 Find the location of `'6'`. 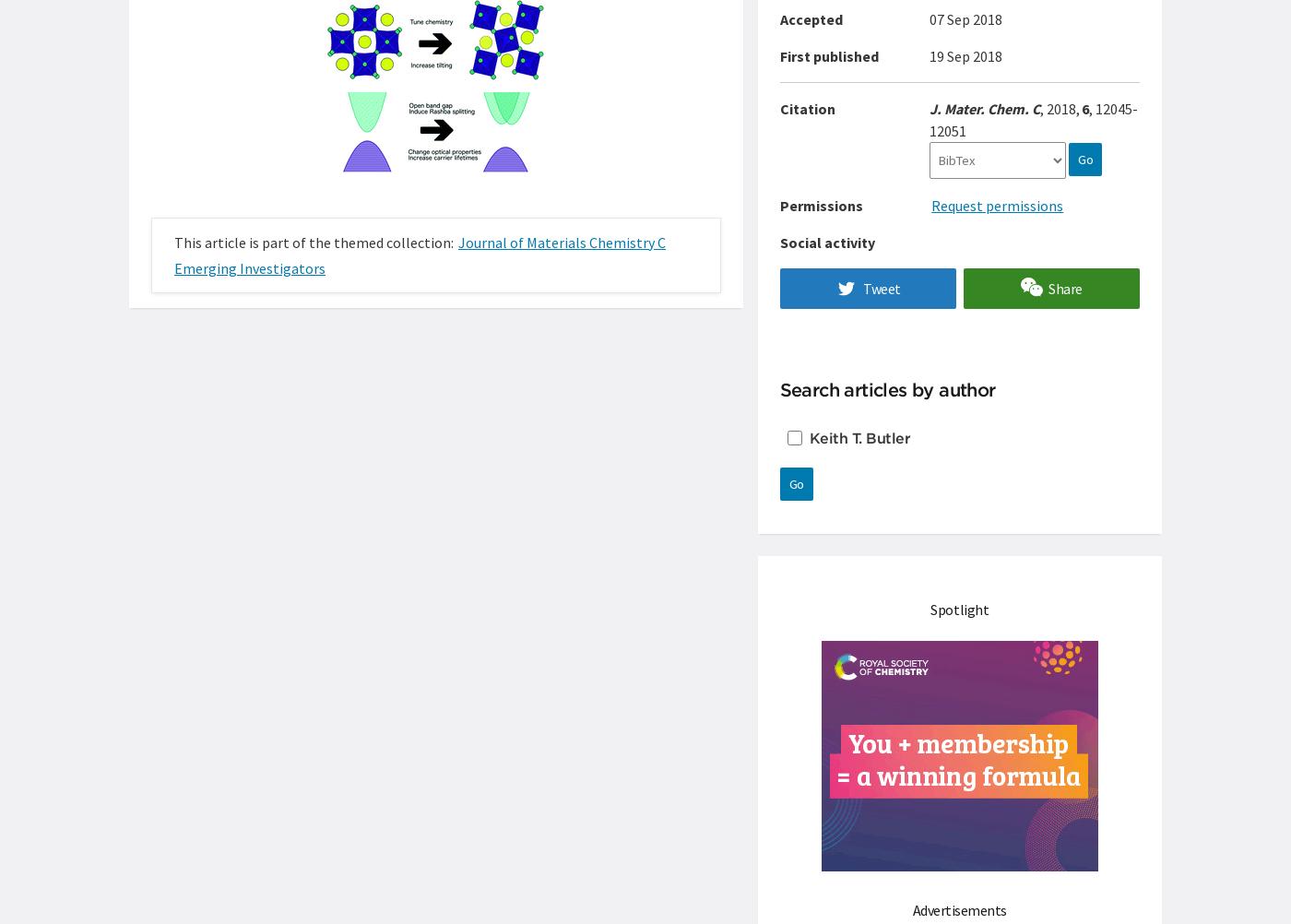

'6' is located at coordinates (1084, 108).